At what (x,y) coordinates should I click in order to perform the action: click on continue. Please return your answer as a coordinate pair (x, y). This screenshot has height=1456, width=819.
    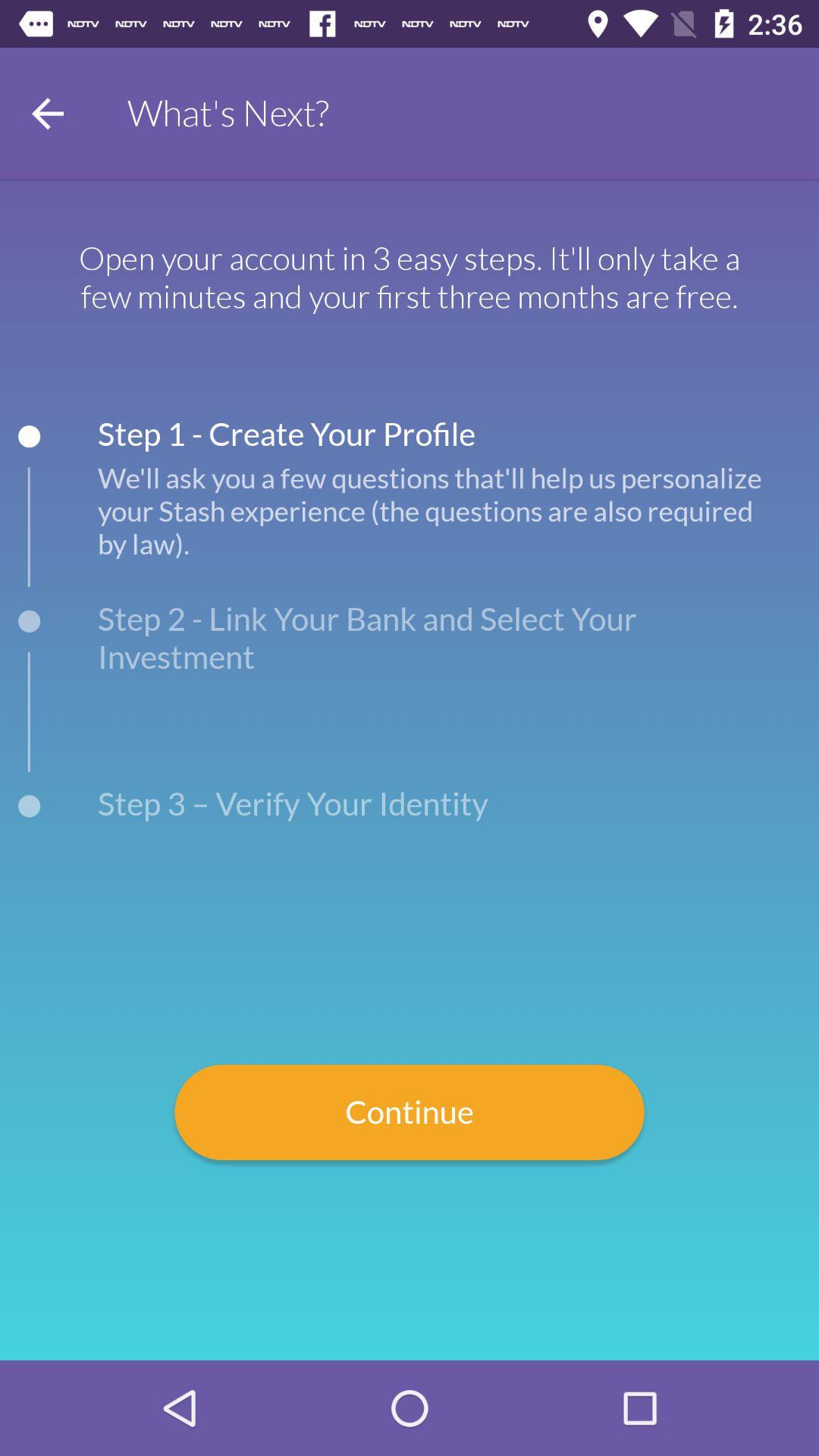
    Looking at the image, I should click on (409, 1112).